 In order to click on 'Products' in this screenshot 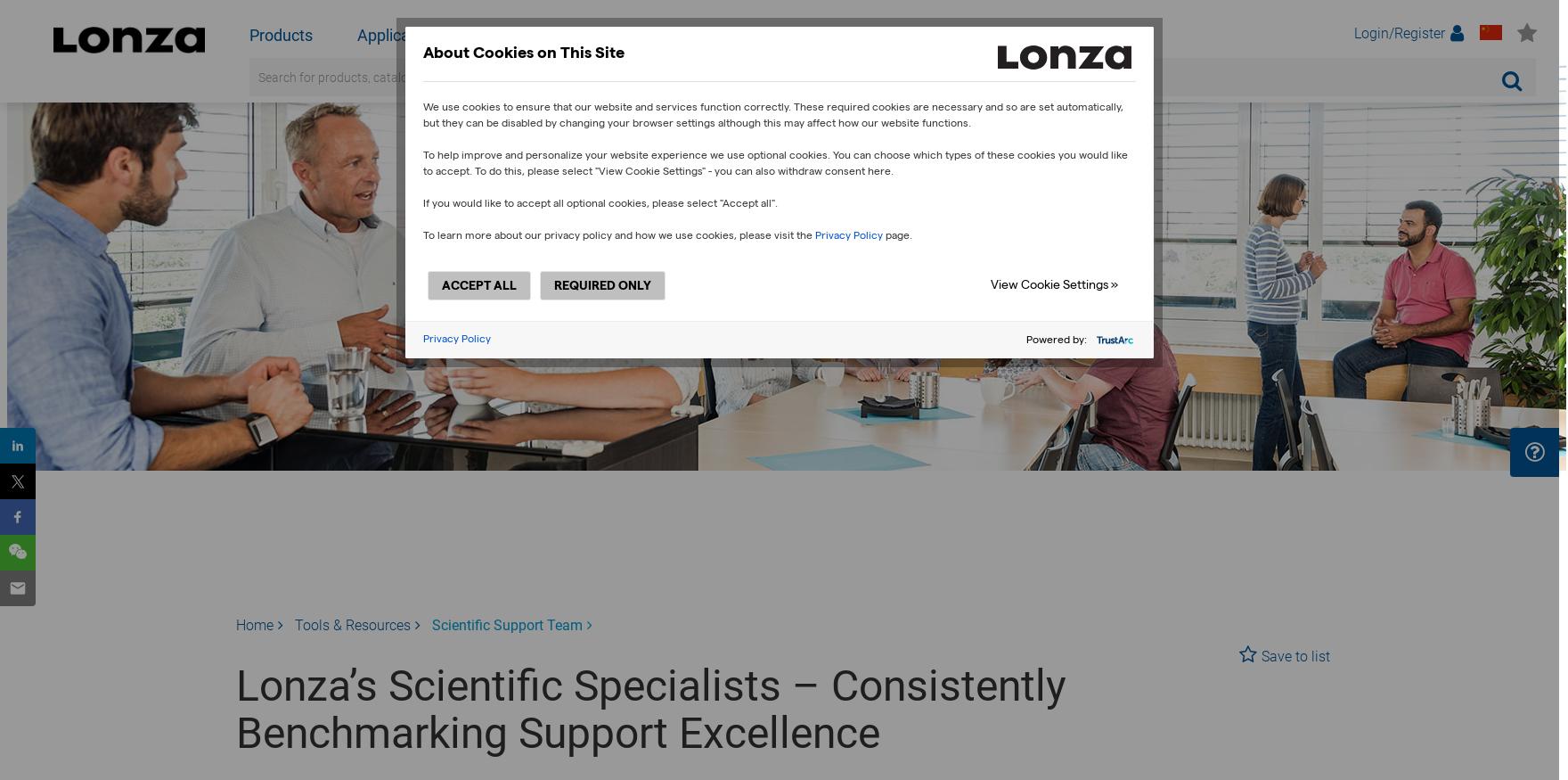, I will do `click(280, 34)`.